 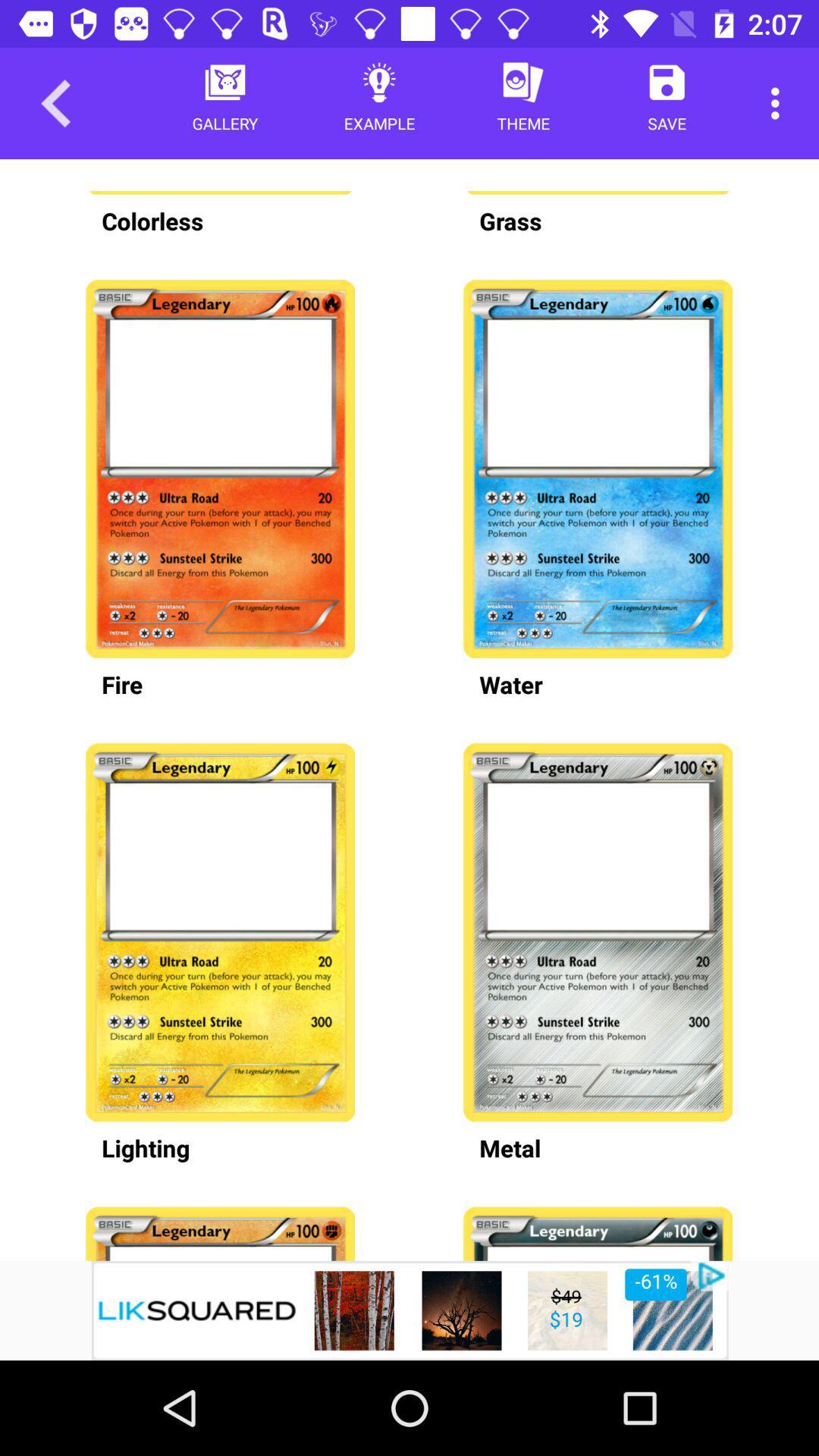 What do you see at coordinates (160, 931) in the screenshot?
I see `the menu icon` at bounding box center [160, 931].